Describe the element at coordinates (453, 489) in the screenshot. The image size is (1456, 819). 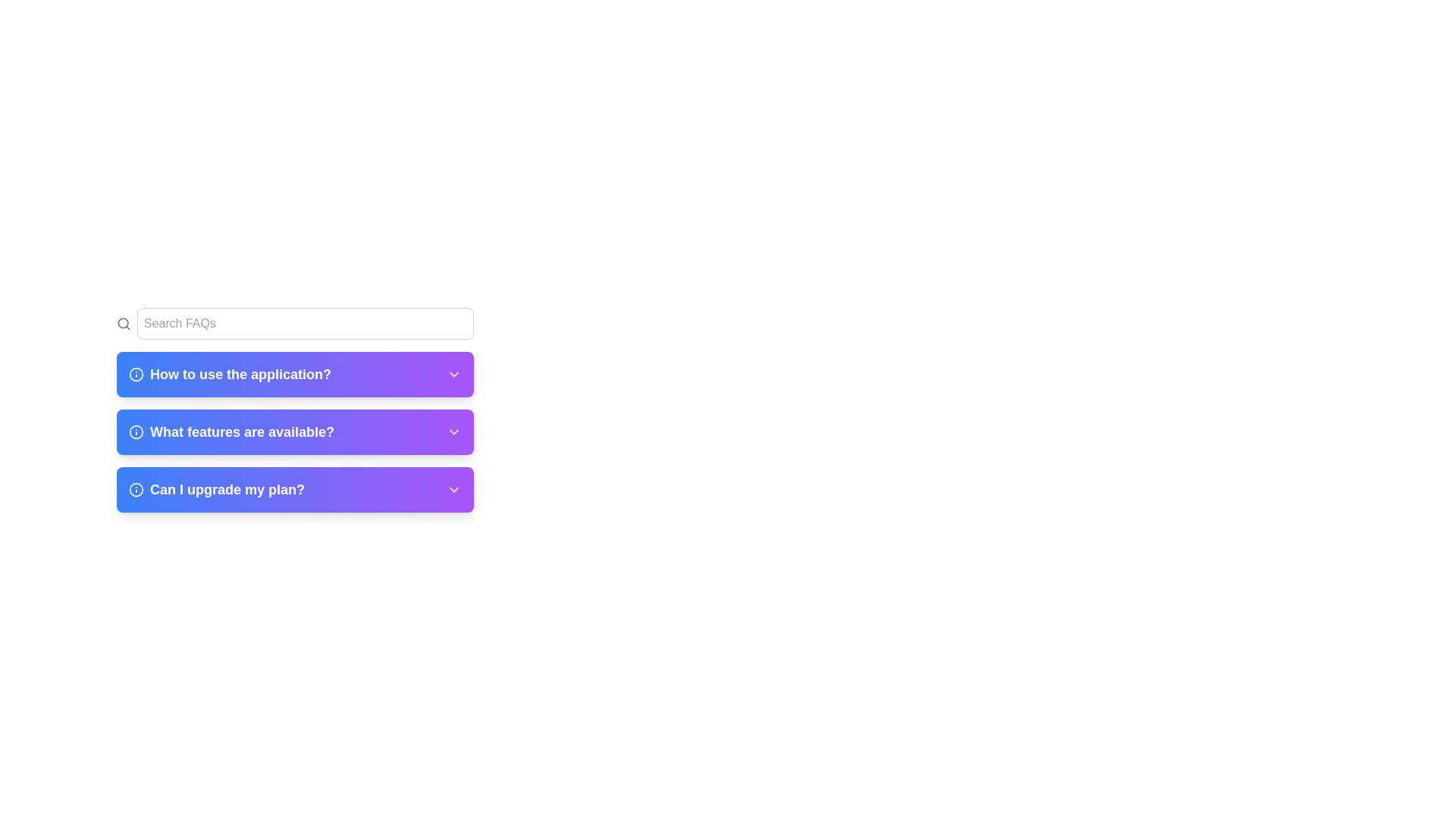
I see `the downward-pointing chevron icon located on the far-right side of the 'Can I upgrade my plan?' button for visual feedback` at that location.